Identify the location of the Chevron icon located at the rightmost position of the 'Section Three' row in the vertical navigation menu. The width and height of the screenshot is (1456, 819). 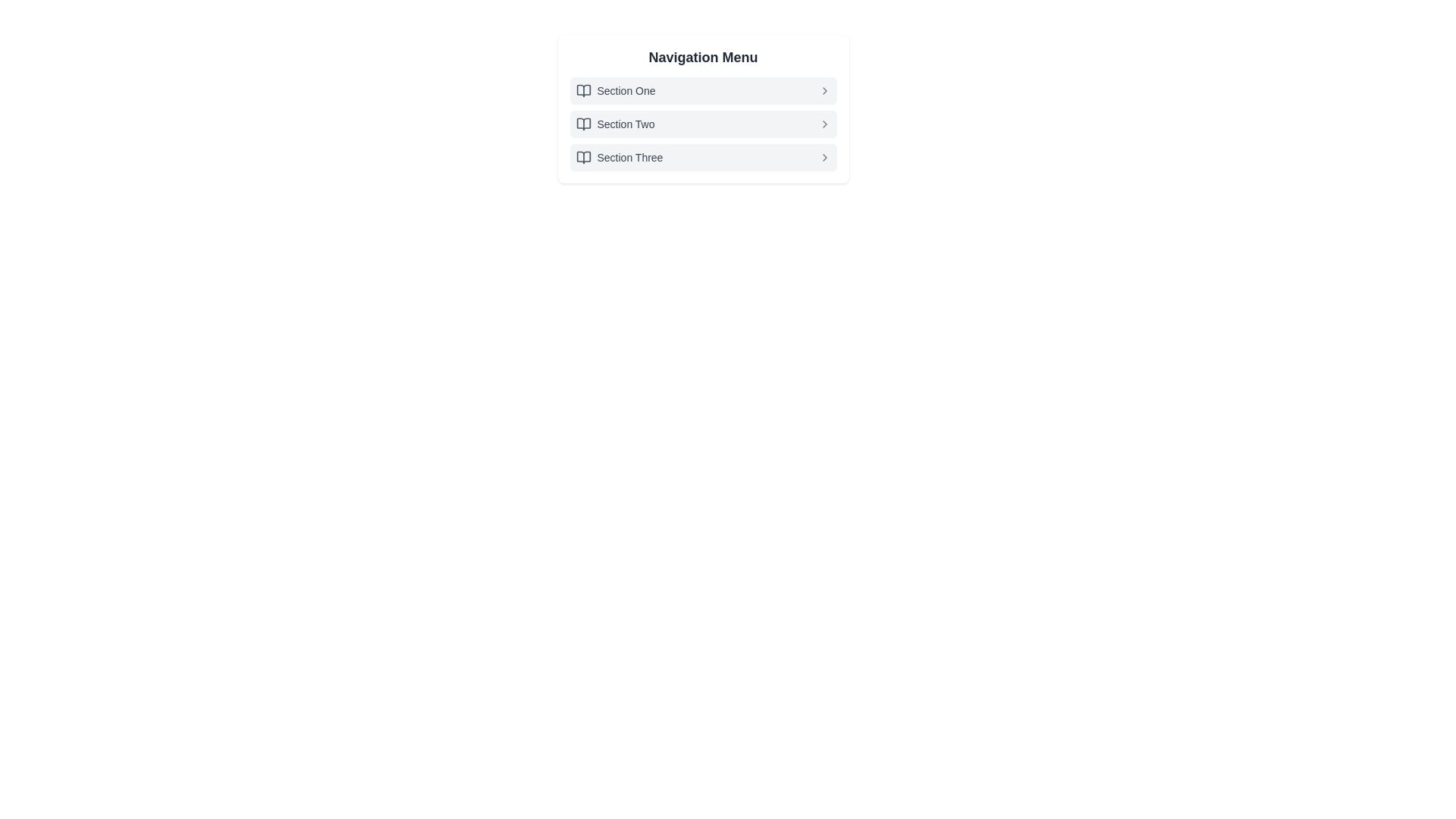
(824, 158).